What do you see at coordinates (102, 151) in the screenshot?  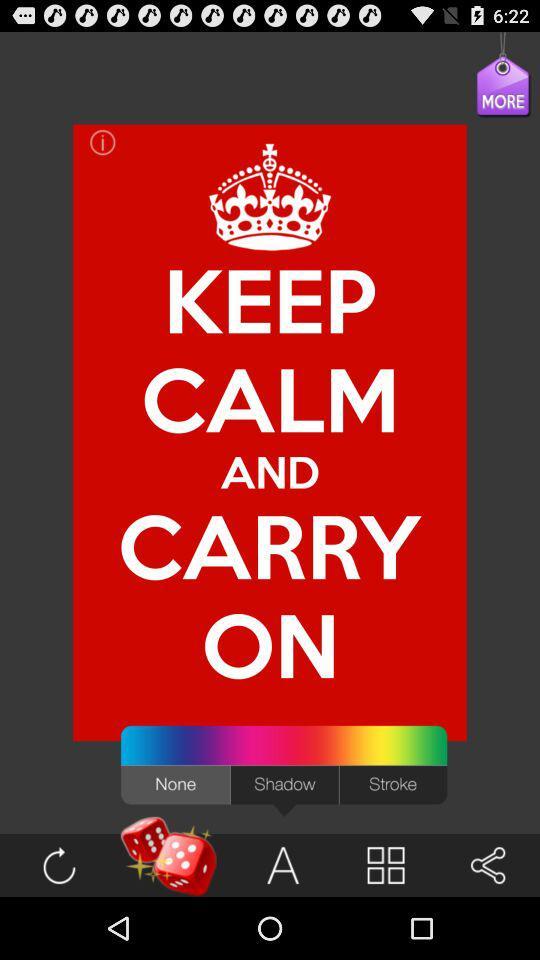 I see `the info icon` at bounding box center [102, 151].